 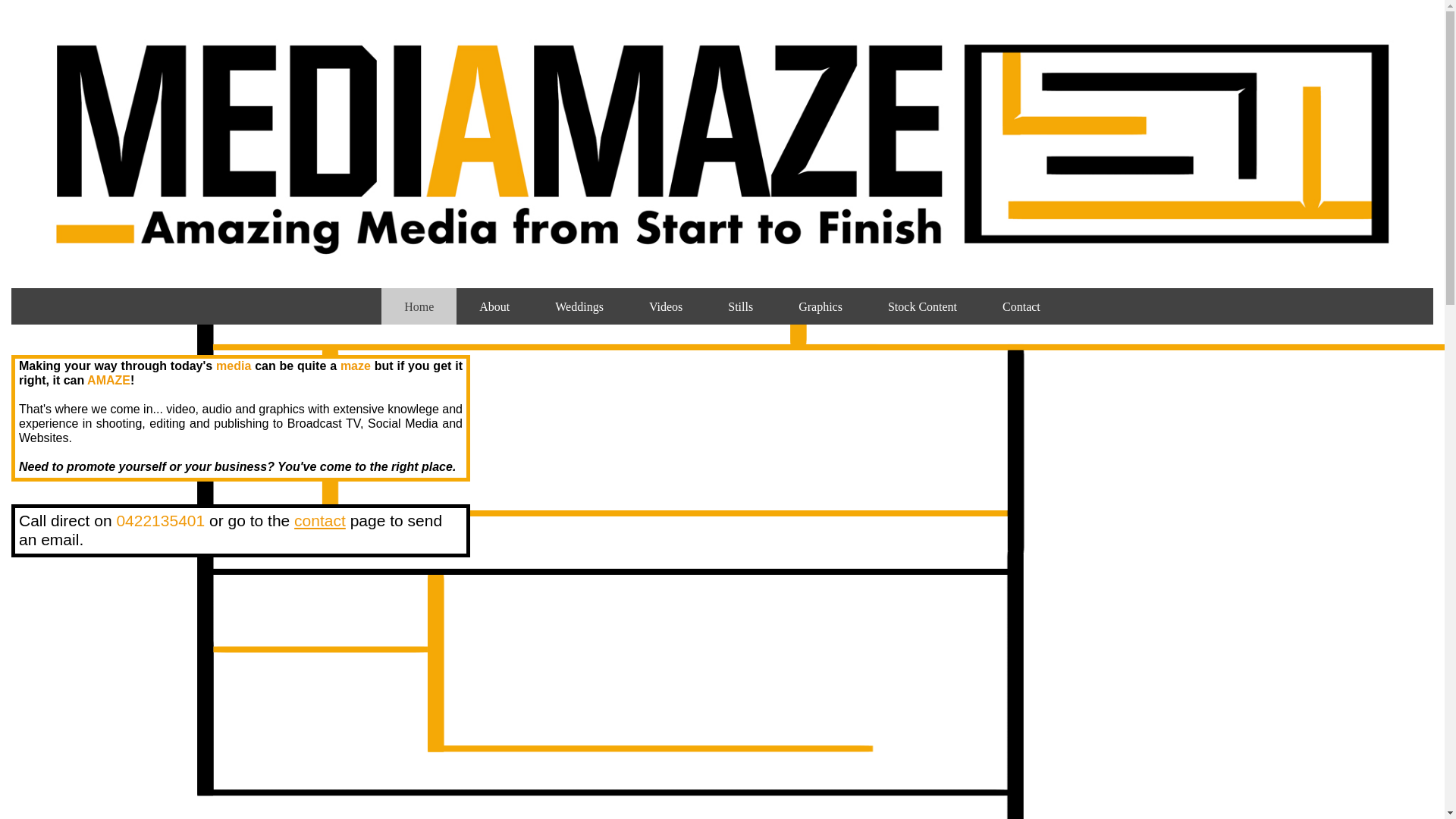 What do you see at coordinates (666, 306) in the screenshot?
I see `'Videos'` at bounding box center [666, 306].